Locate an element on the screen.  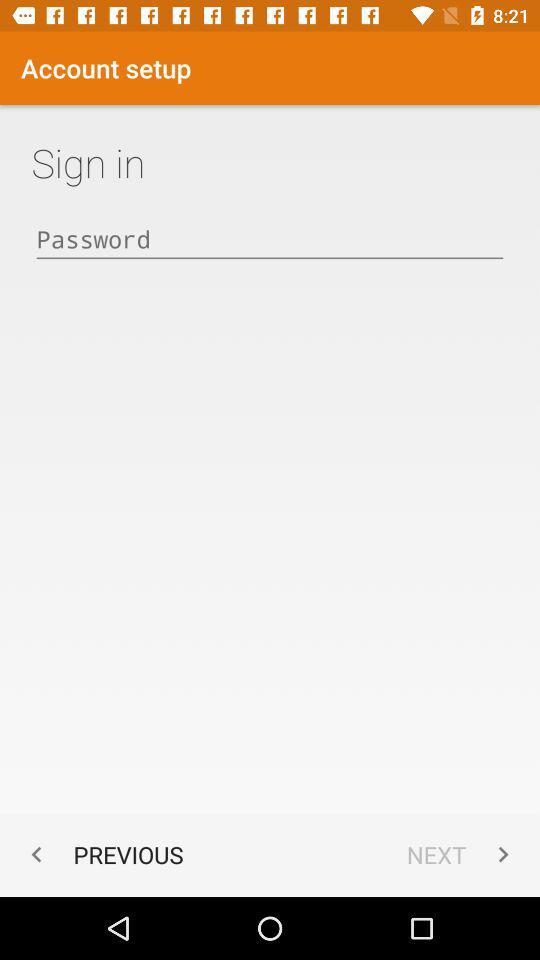
icon at the bottom left corner is located at coordinates (102, 853).